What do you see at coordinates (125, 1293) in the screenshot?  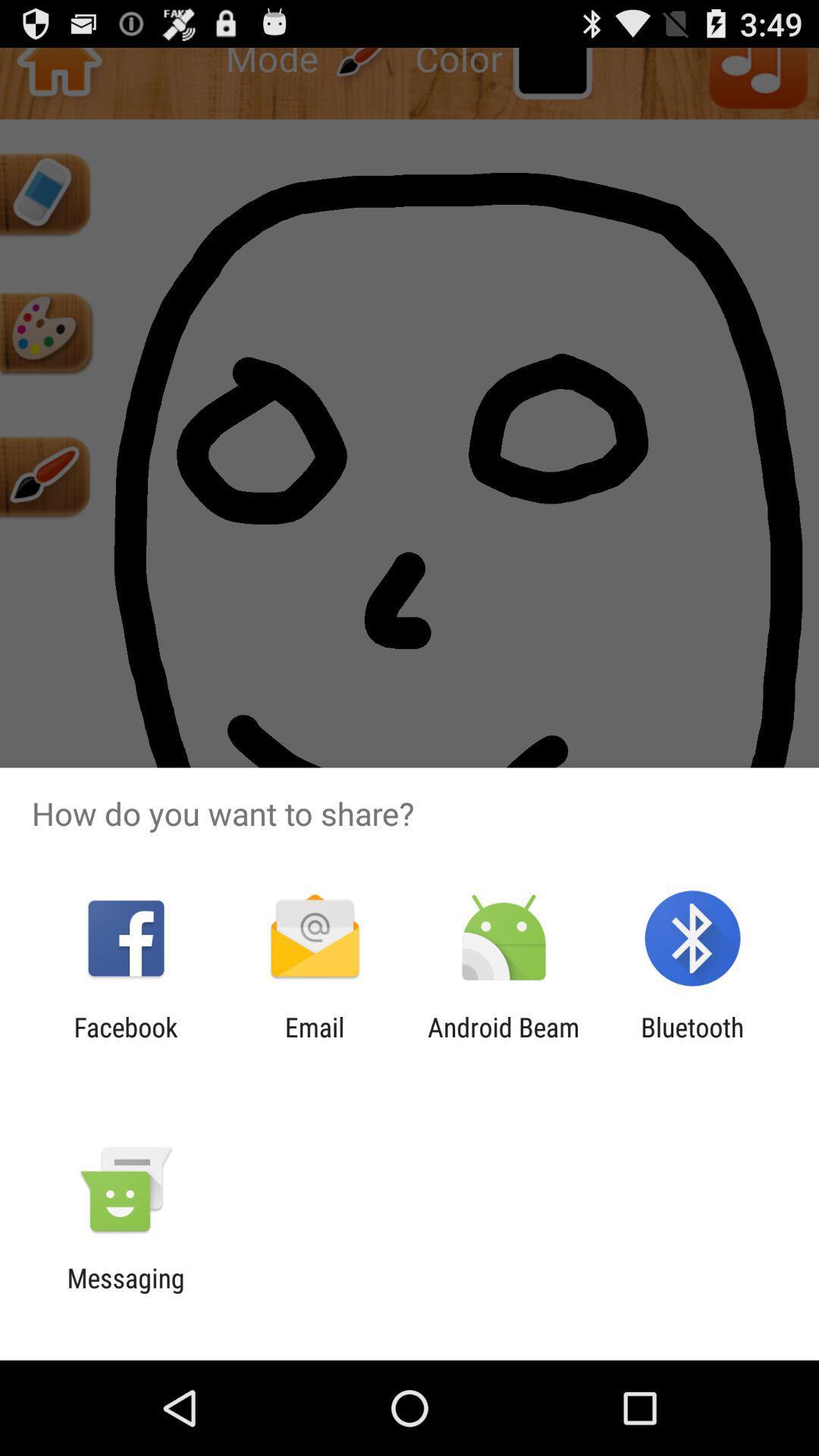 I see `messaging icon` at bounding box center [125, 1293].